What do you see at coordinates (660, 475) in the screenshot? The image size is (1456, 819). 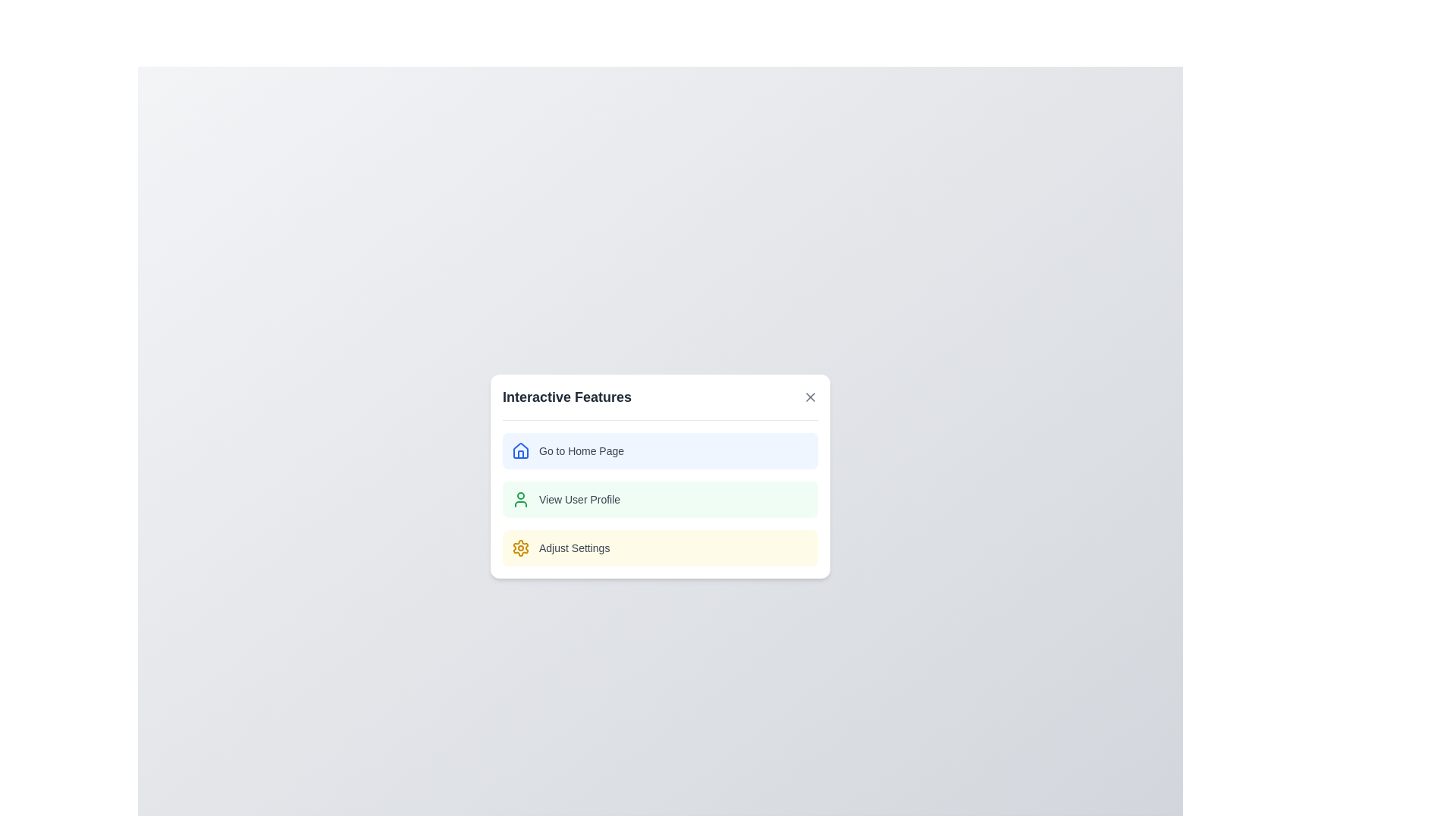 I see `the Modal with navigation options` at bounding box center [660, 475].